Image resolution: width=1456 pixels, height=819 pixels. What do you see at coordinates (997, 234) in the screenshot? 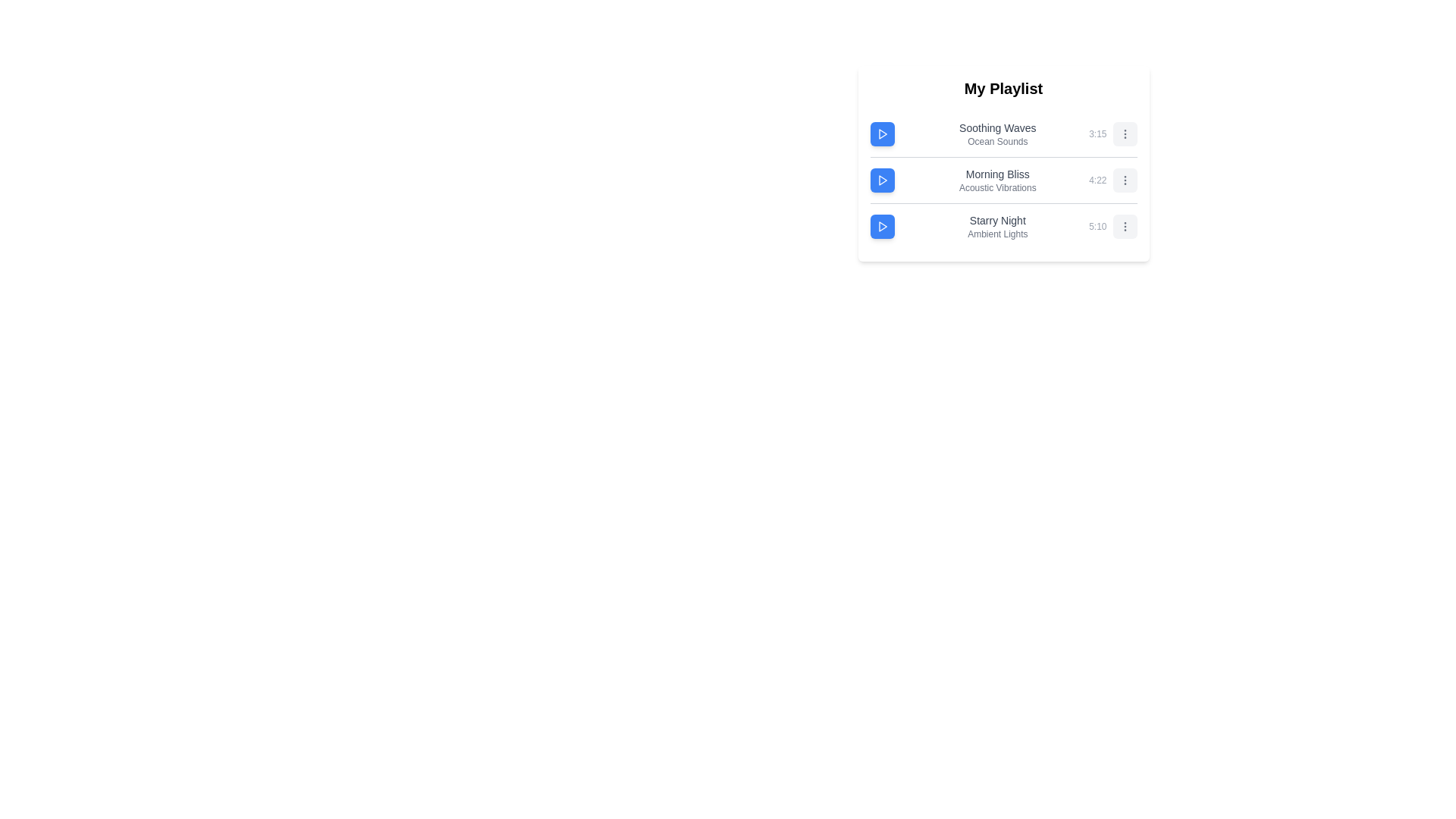
I see `the text element displaying 'Ambient Lights', which is styled as a subtitle beneath 'Starry Night' in the playlist layout` at bounding box center [997, 234].